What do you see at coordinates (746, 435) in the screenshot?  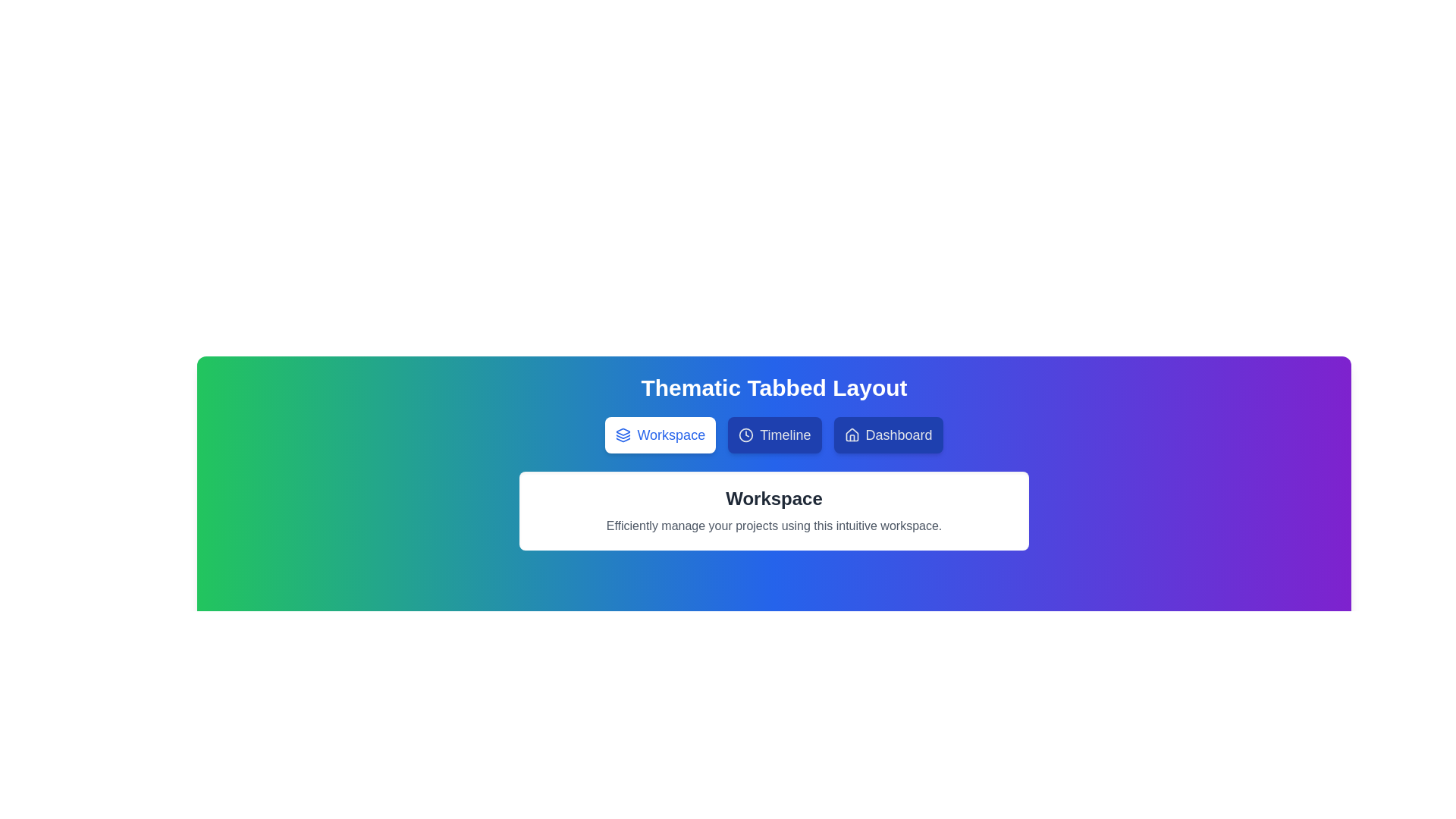 I see `the SVG Circle that represents the base of the clock icon within the Timeline button in the navigation bar` at bounding box center [746, 435].